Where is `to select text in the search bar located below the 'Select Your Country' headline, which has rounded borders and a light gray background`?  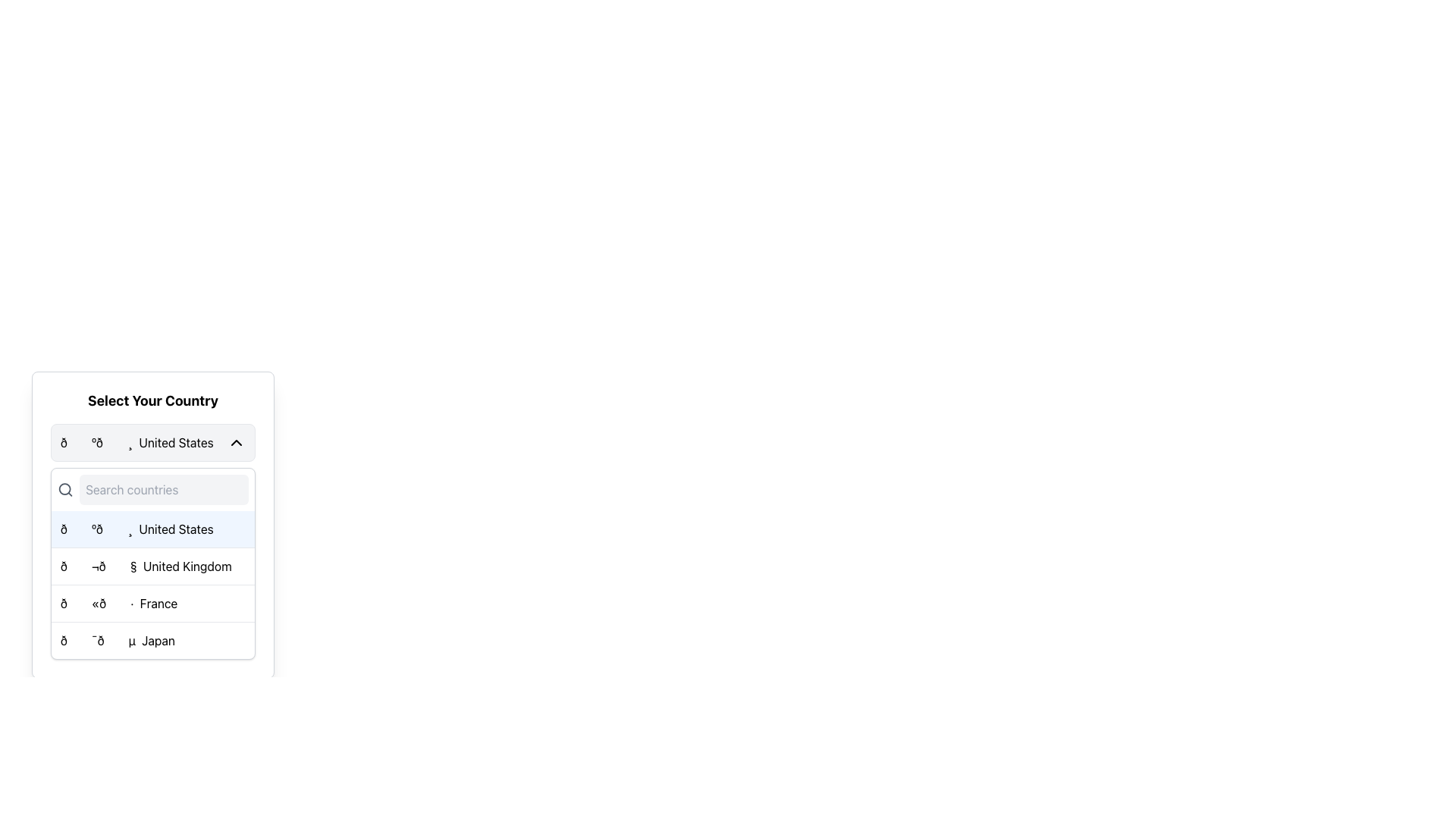 to select text in the search bar located below the 'Select Your Country' headline, which has rounded borders and a light gray background is located at coordinates (152, 489).